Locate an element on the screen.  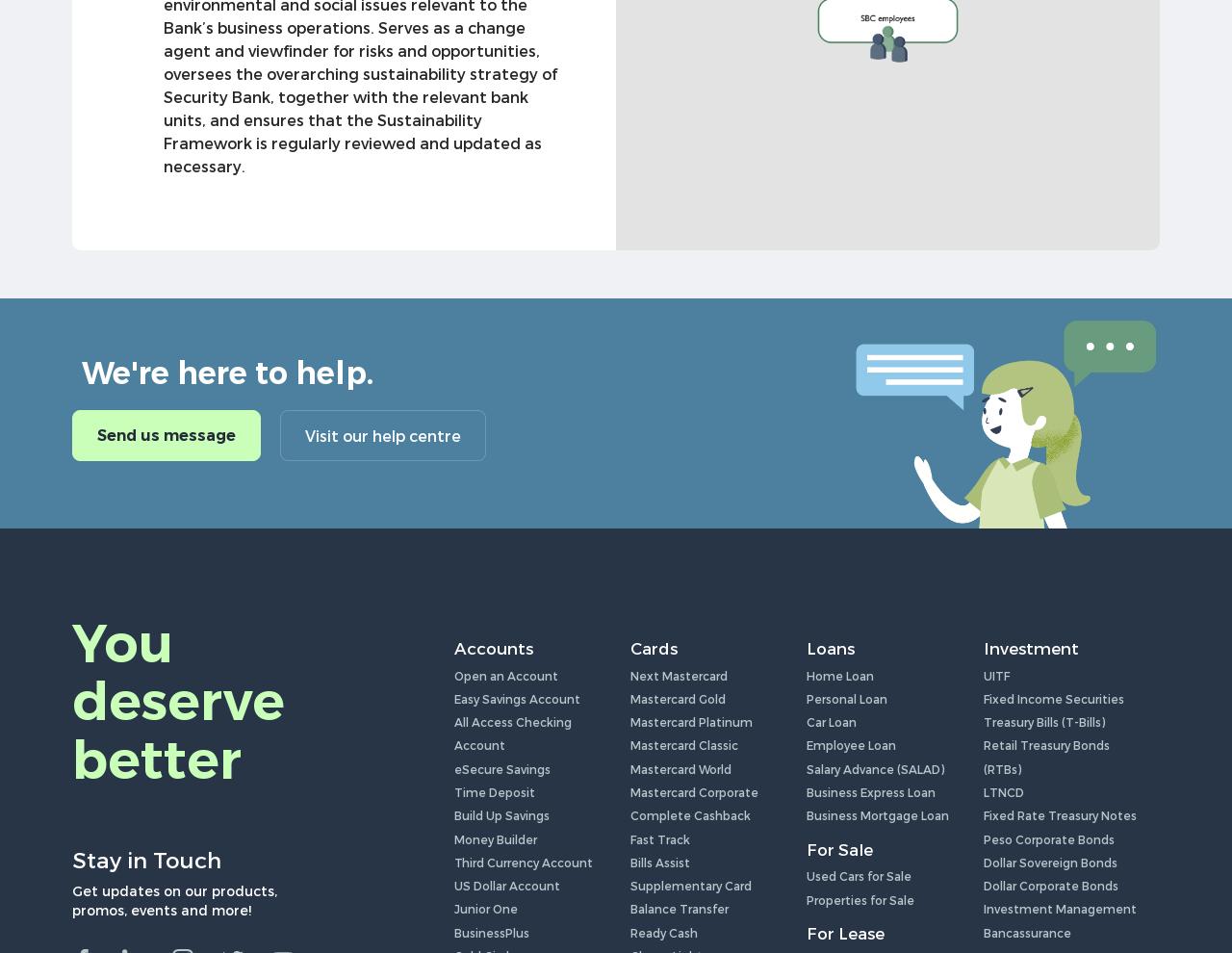
'Properties for Sale' is located at coordinates (807, 897).